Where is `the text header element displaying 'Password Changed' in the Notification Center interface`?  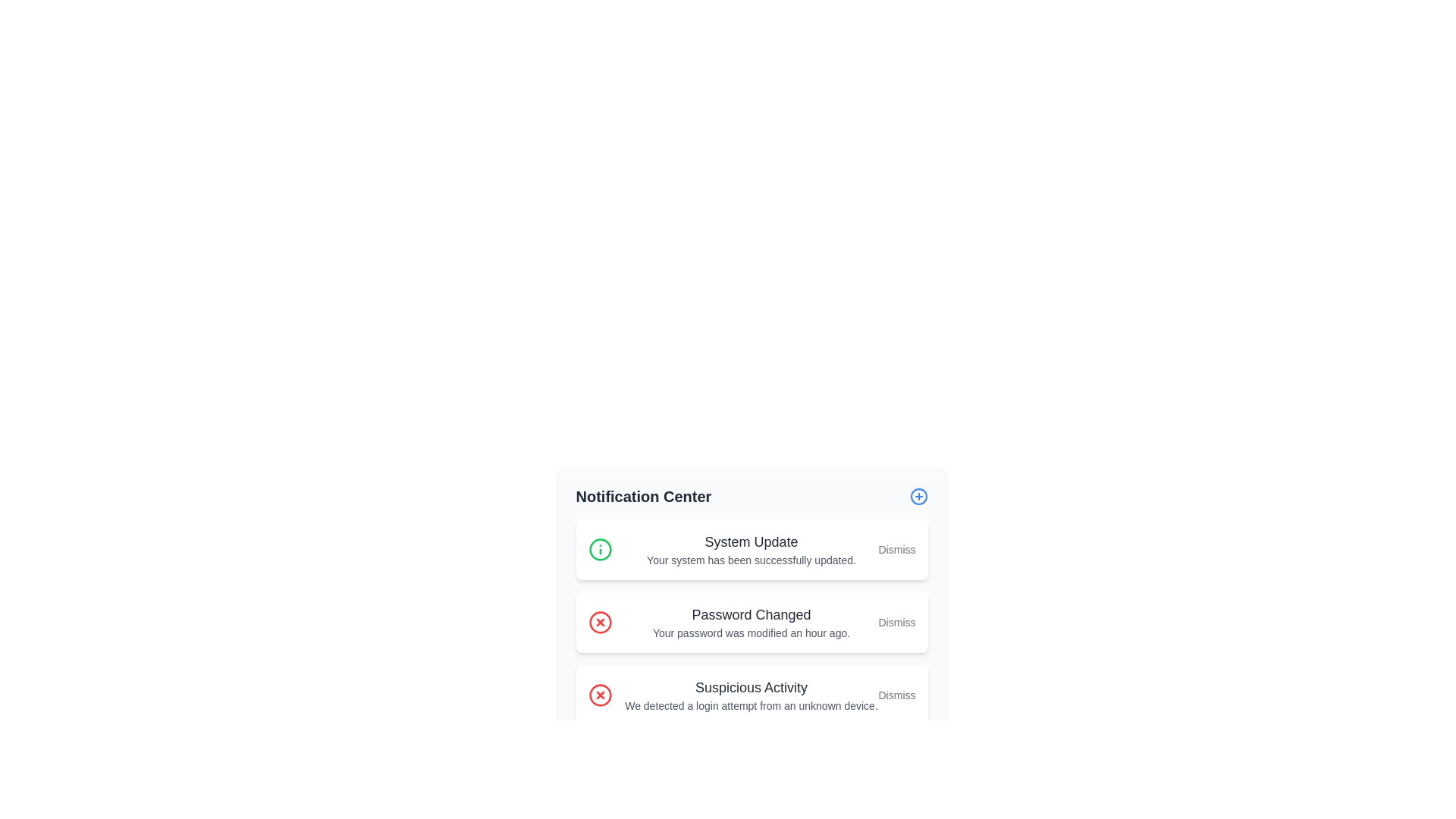 the text header element displaying 'Password Changed' in the Notification Center interface is located at coordinates (751, 614).